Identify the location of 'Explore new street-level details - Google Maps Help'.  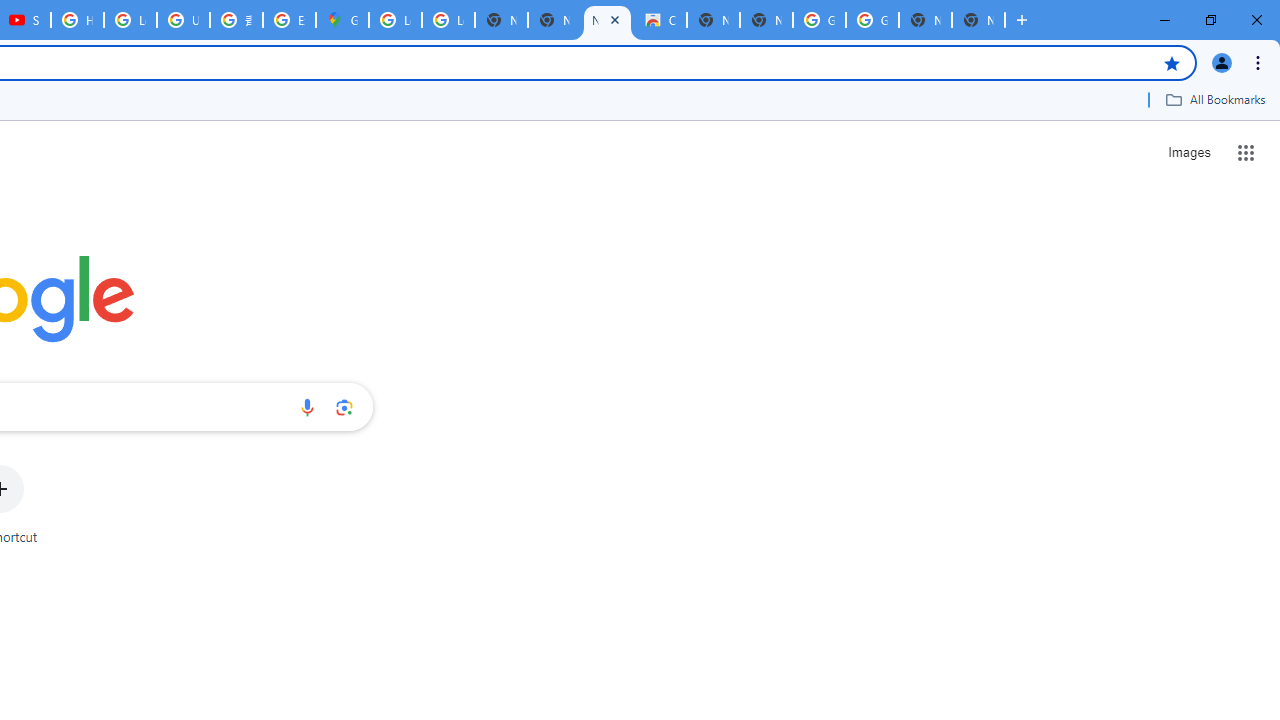
(288, 20).